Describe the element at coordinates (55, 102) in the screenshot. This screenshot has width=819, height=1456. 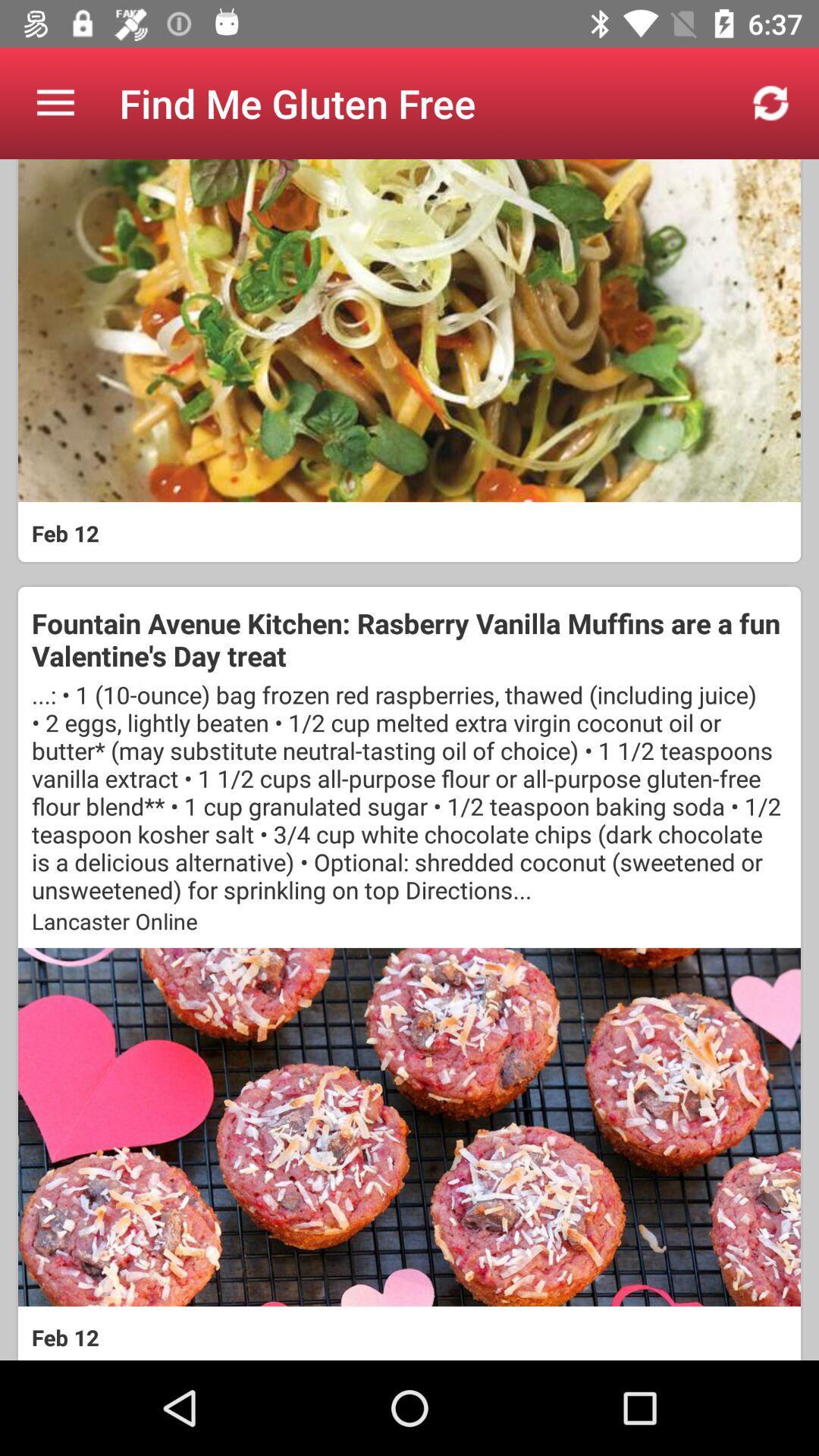
I see `the app next to the find me gluten app` at that location.